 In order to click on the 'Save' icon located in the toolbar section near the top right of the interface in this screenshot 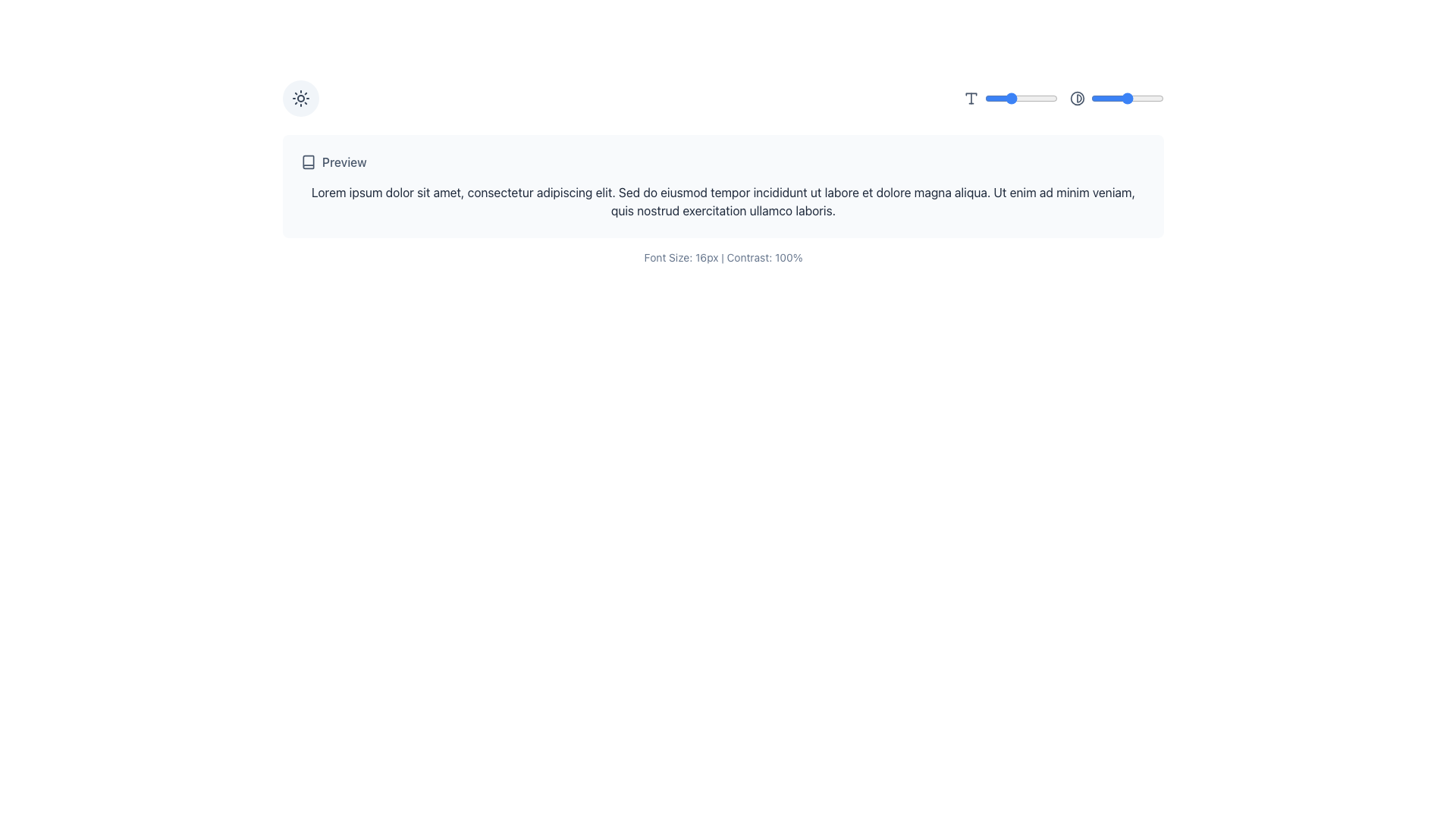, I will do `click(1113, 102)`.